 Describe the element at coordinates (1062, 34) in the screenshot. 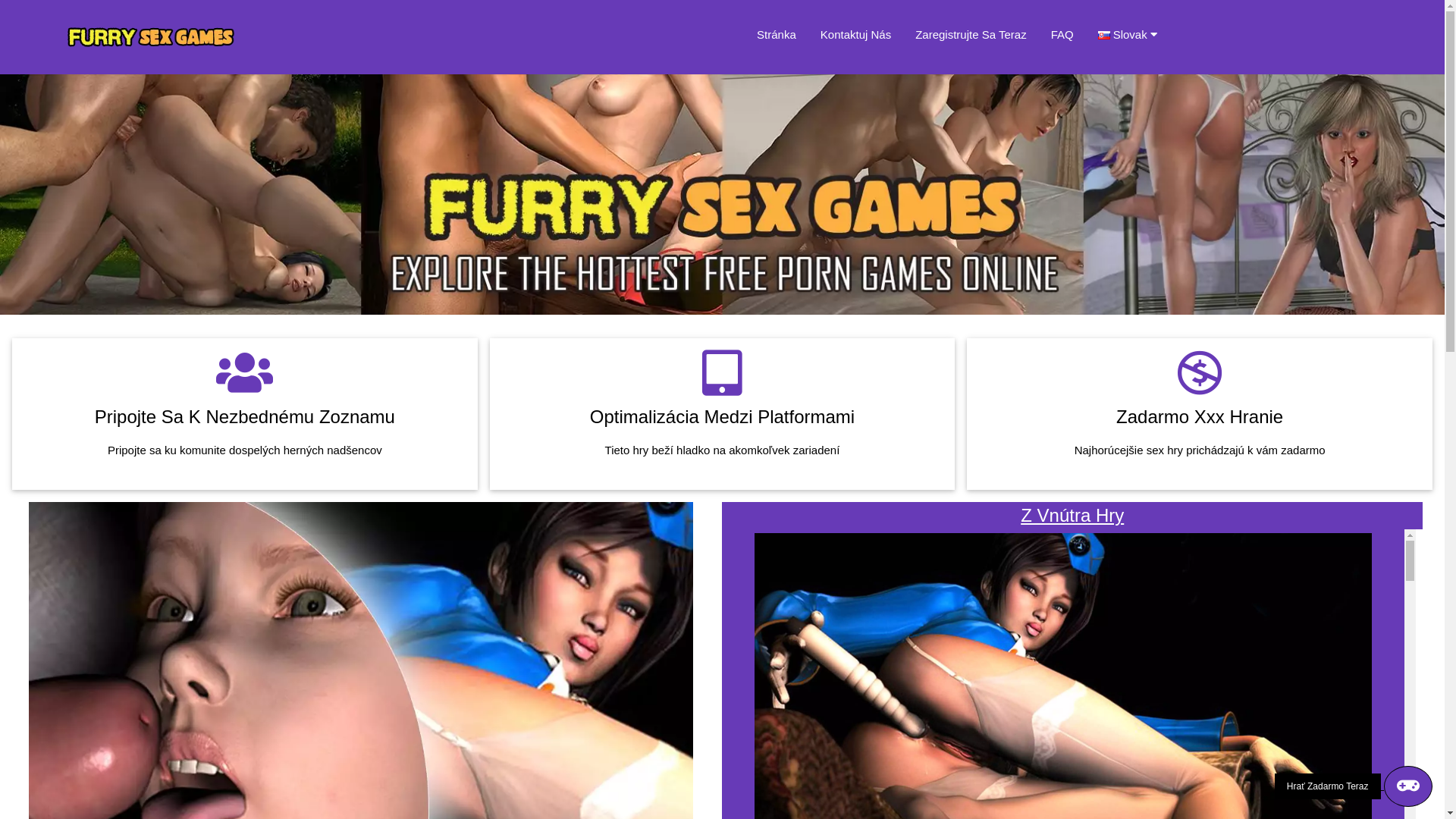

I see `'FAQ'` at that location.